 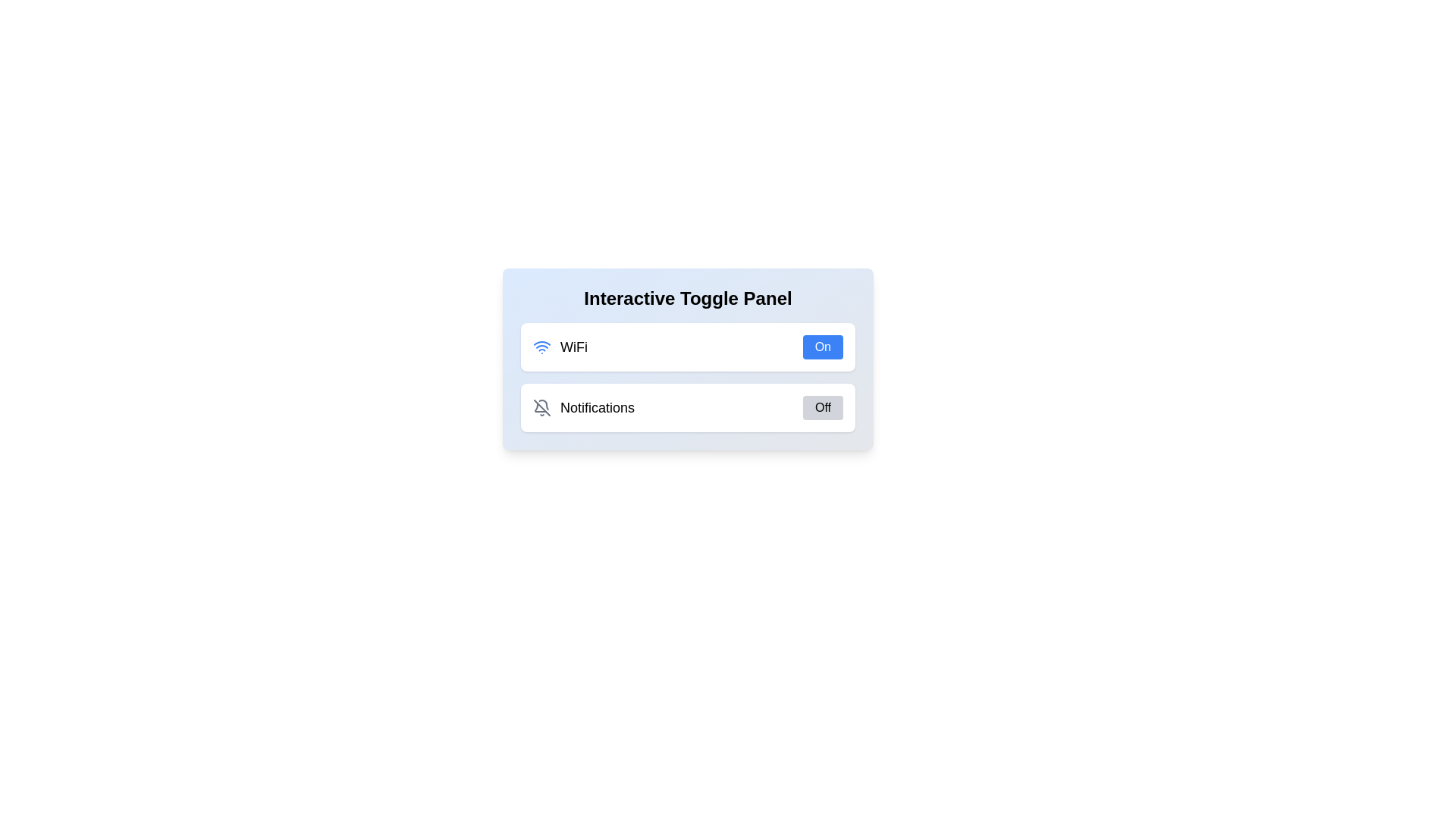 I want to click on the 'Off' button next to the Notifications label to toggle it, so click(x=821, y=406).